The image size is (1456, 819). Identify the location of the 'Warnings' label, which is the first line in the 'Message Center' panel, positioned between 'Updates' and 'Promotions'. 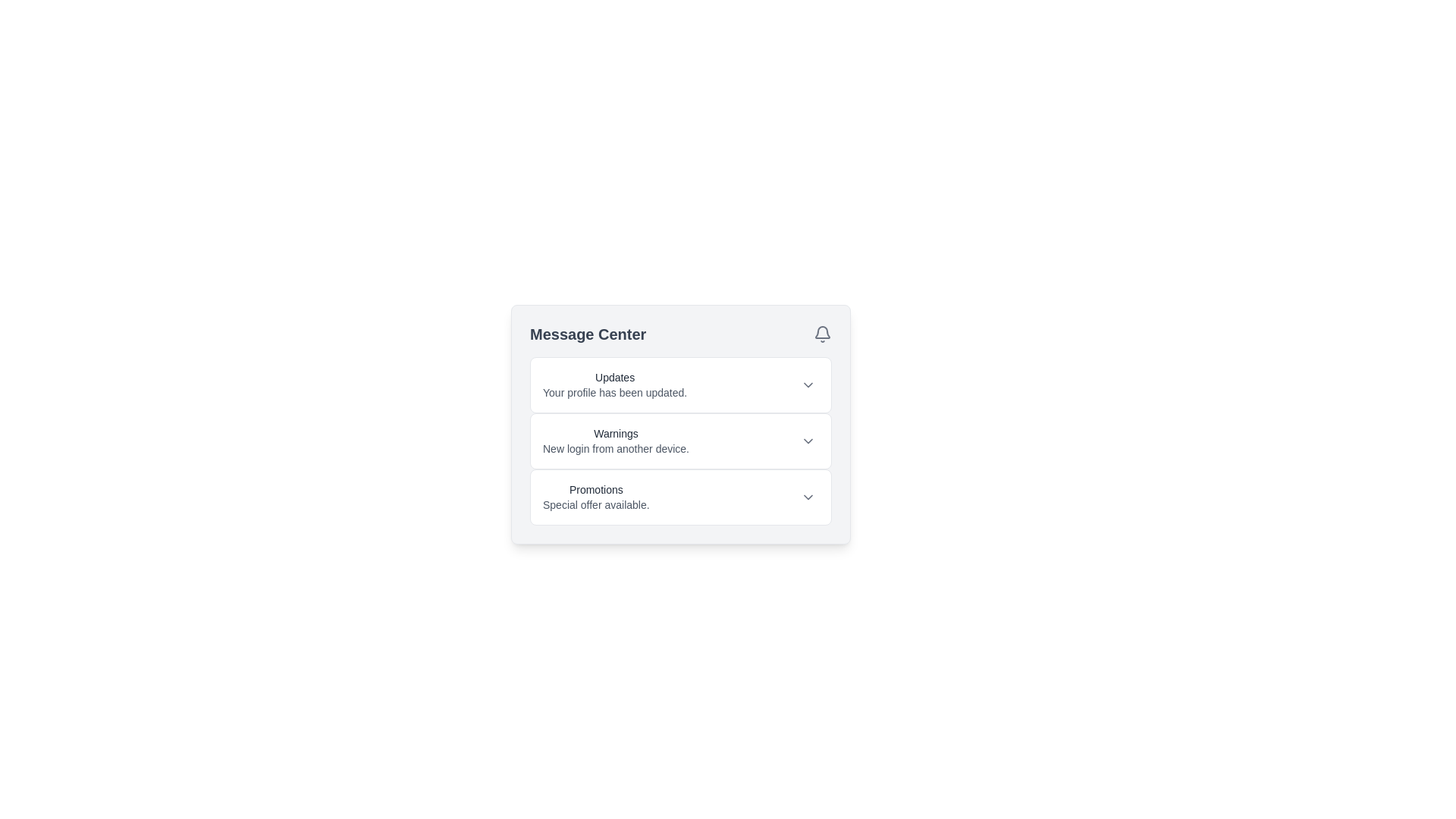
(616, 433).